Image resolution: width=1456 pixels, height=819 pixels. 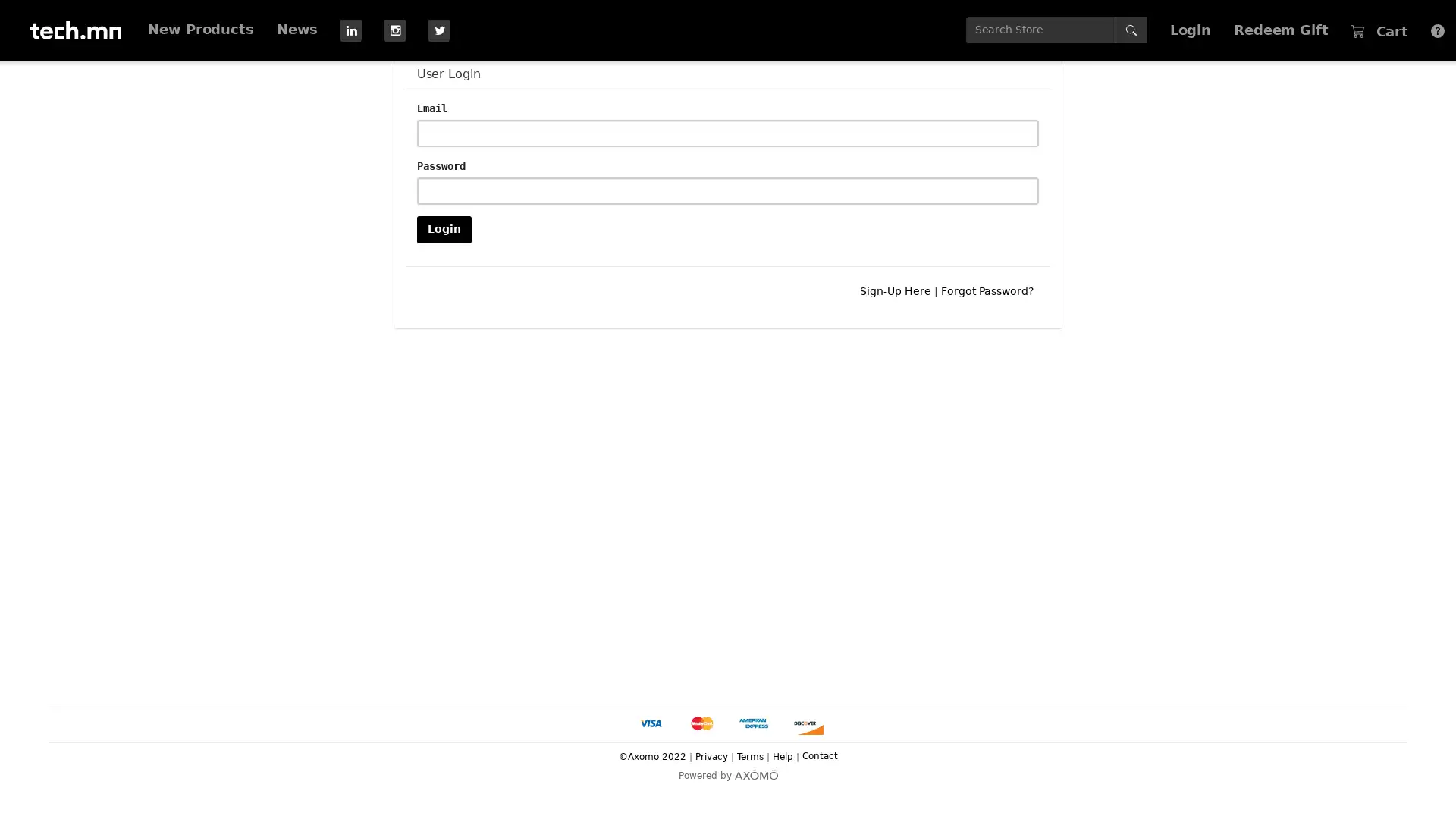 What do you see at coordinates (443, 228) in the screenshot?
I see `Login` at bounding box center [443, 228].